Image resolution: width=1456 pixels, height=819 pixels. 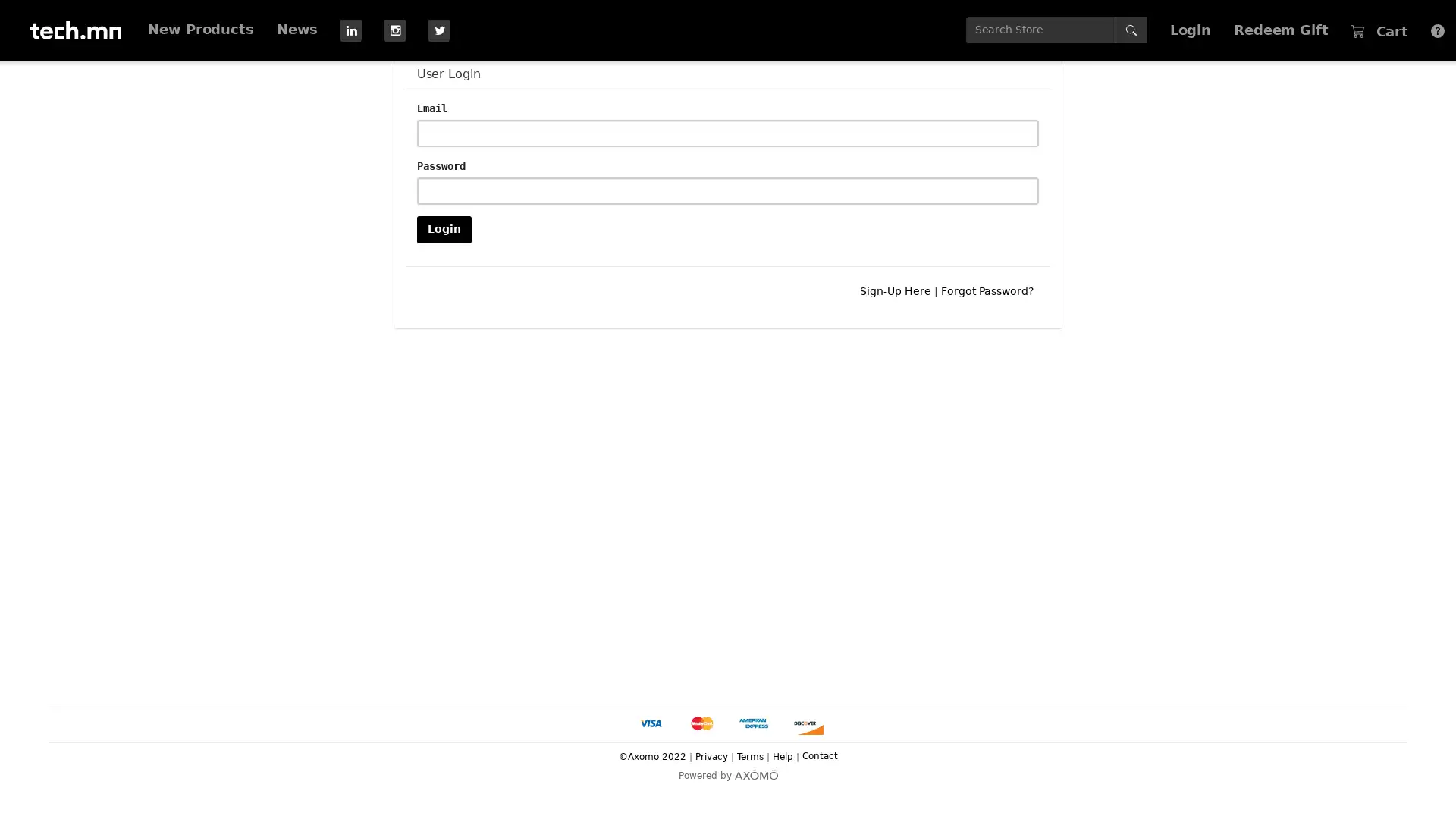 What do you see at coordinates (443, 228) in the screenshot?
I see `Login` at bounding box center [443, 228].